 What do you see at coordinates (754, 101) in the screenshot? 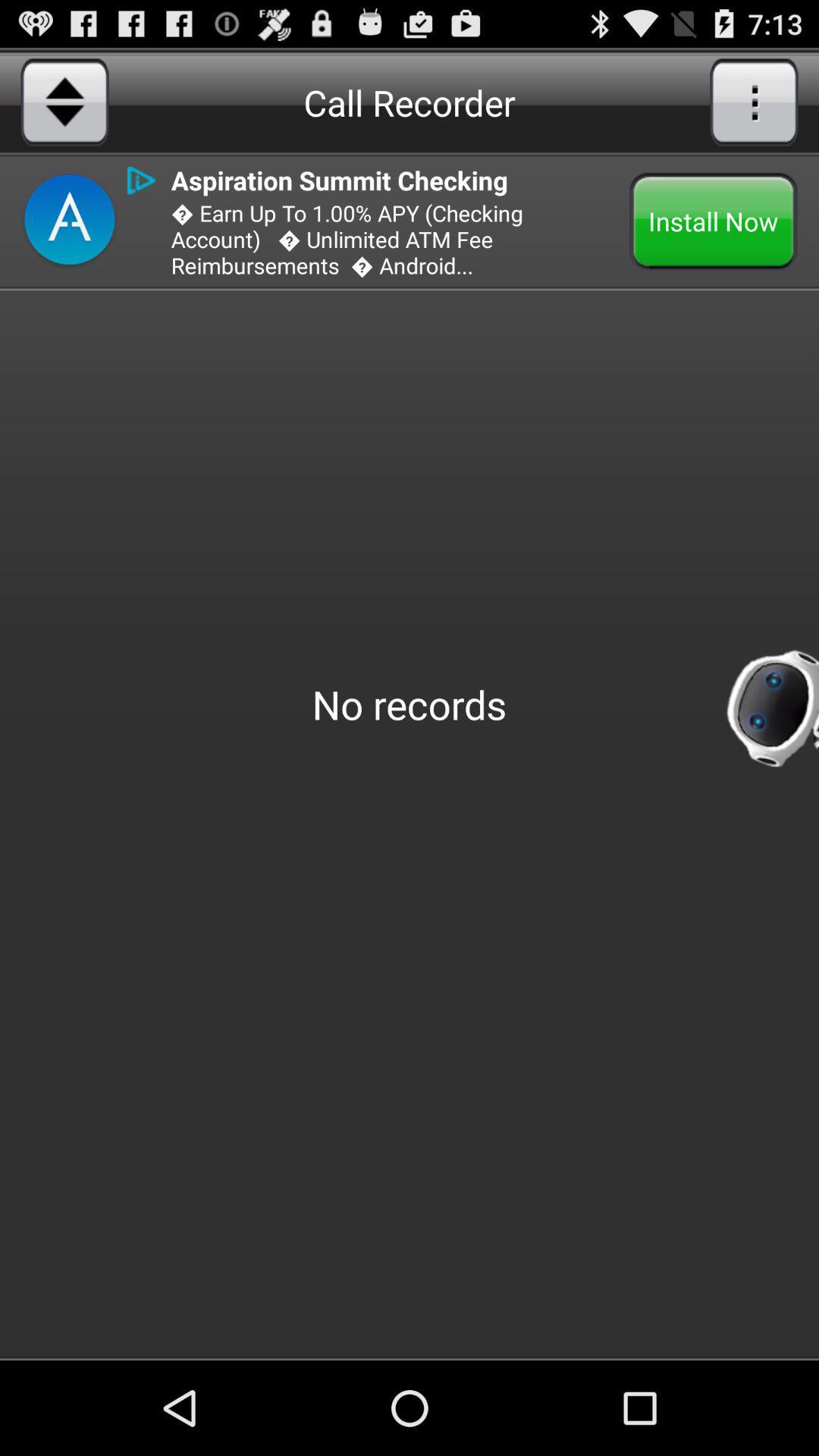
I see `the menu icon` at bounding box center [754, 101].